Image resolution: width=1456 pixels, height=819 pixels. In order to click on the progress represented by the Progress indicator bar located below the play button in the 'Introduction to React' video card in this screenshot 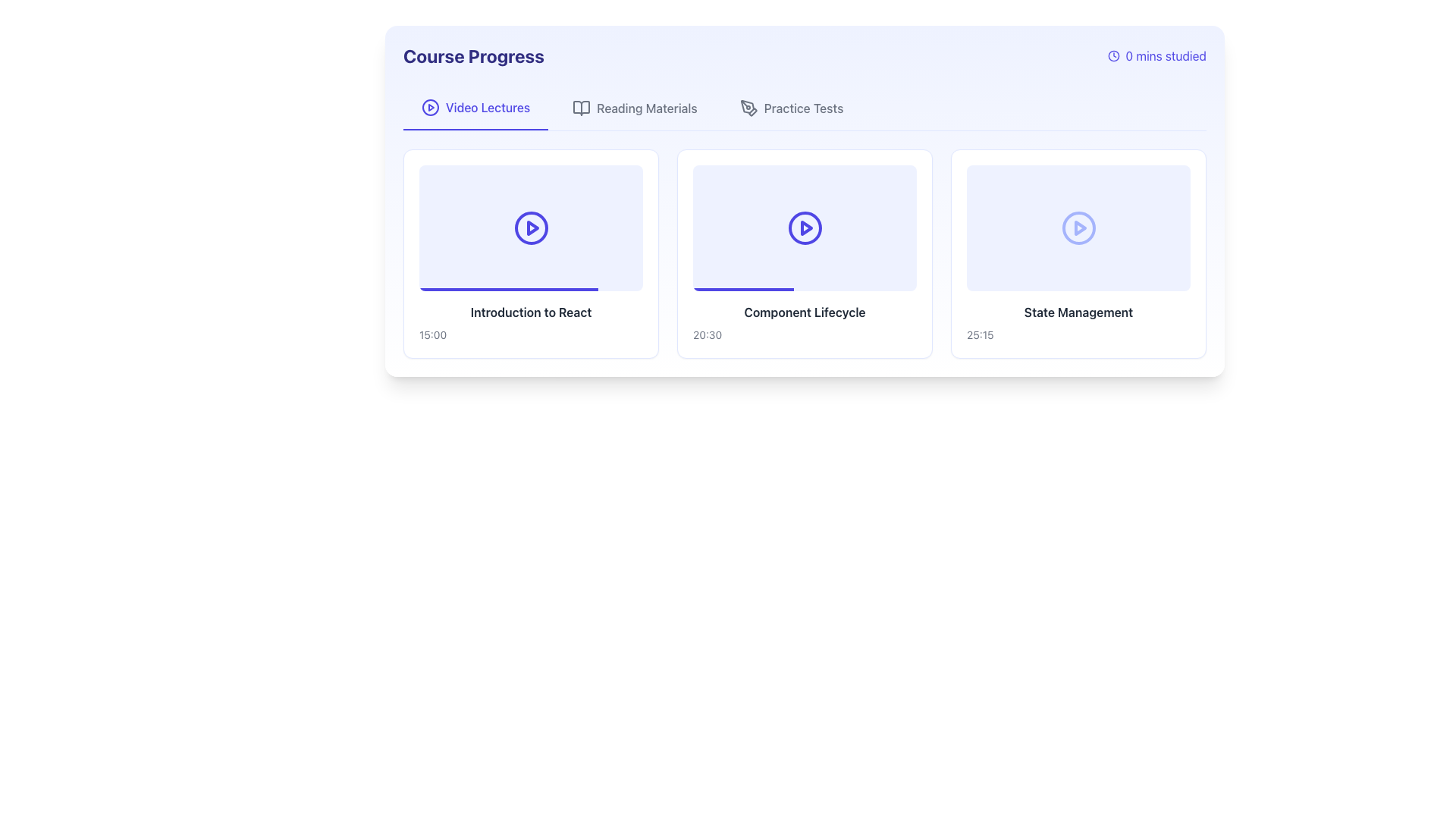, I will do `click(509, 289)`.